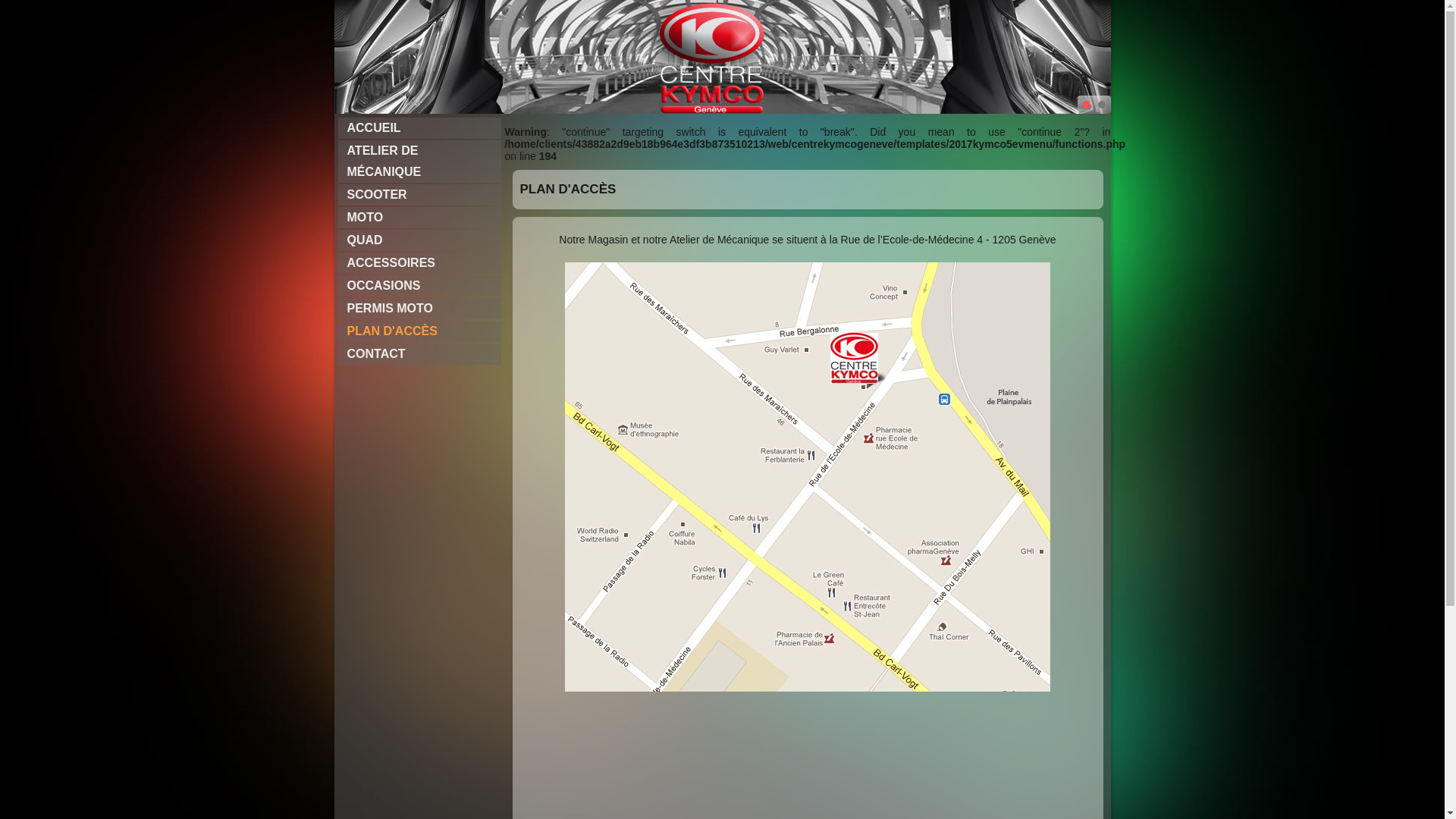 This screenshot has width=1456, height=819. I want to click on 'MOTO', so click(419, 217).